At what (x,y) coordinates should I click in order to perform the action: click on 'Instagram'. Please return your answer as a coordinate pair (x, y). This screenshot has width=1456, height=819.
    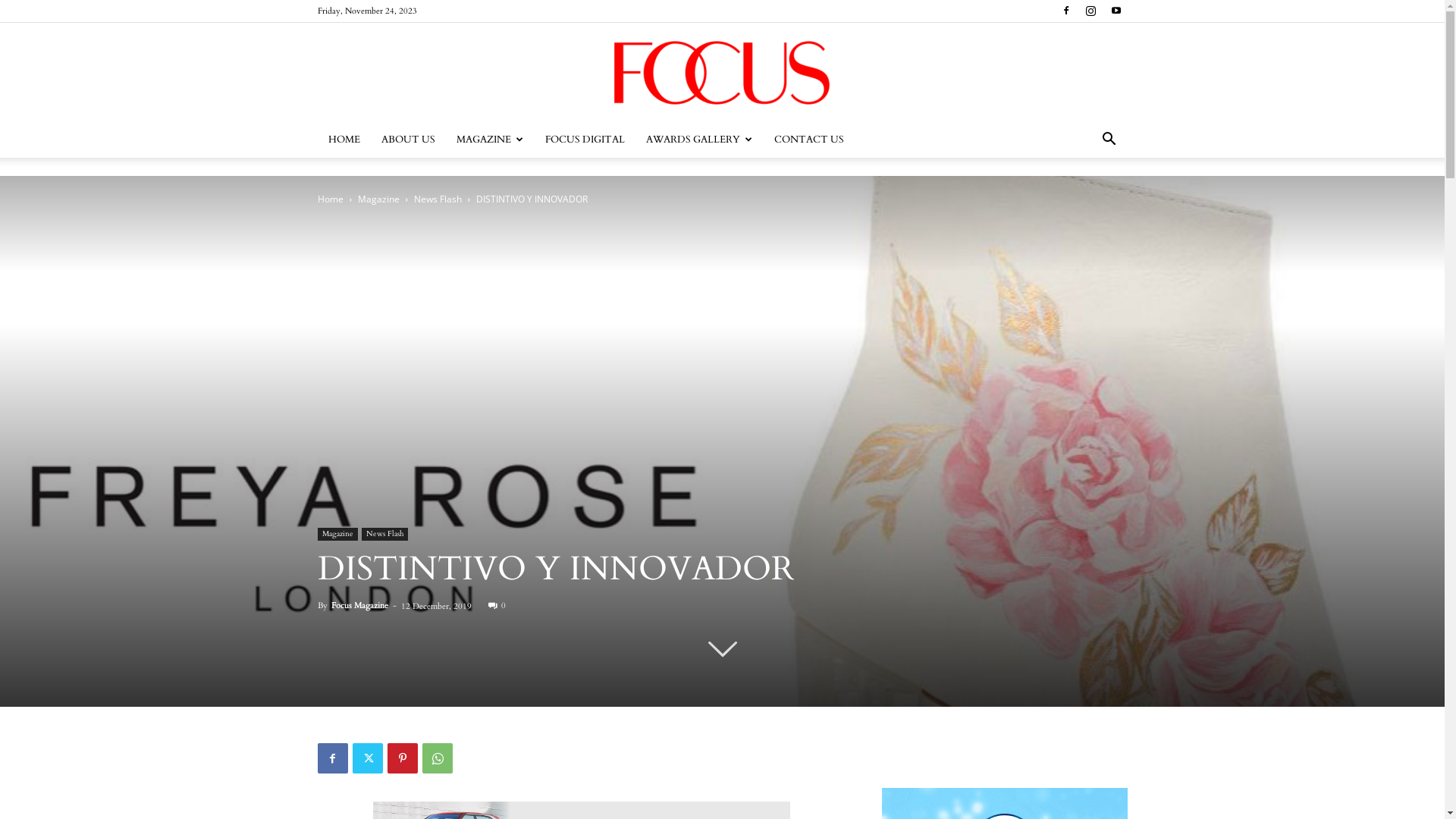
    Looking at the image, I should click on (1079, 11).